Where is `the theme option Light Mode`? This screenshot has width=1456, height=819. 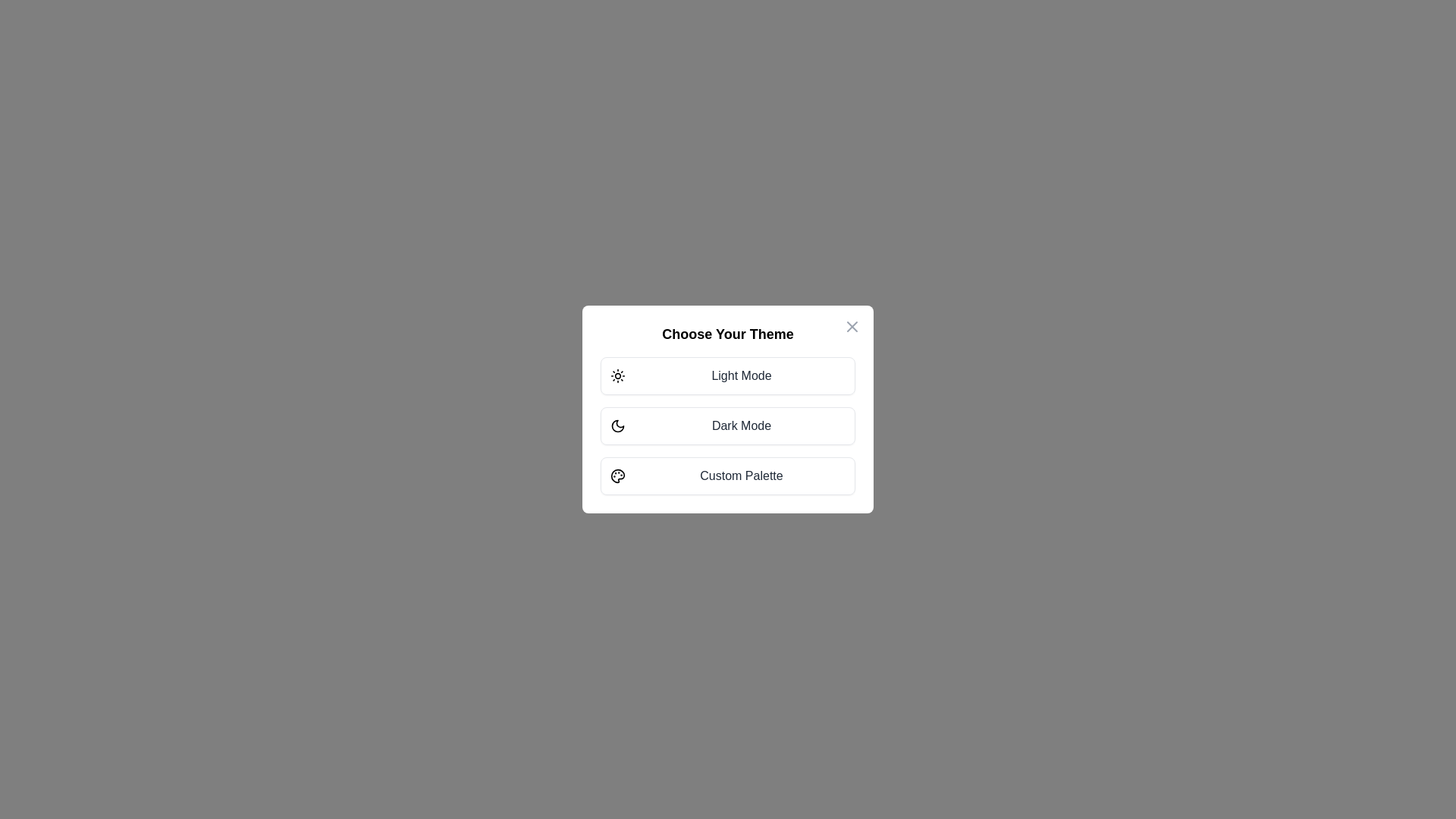 the theme option Light Mode is located at coordinates (728, 375).